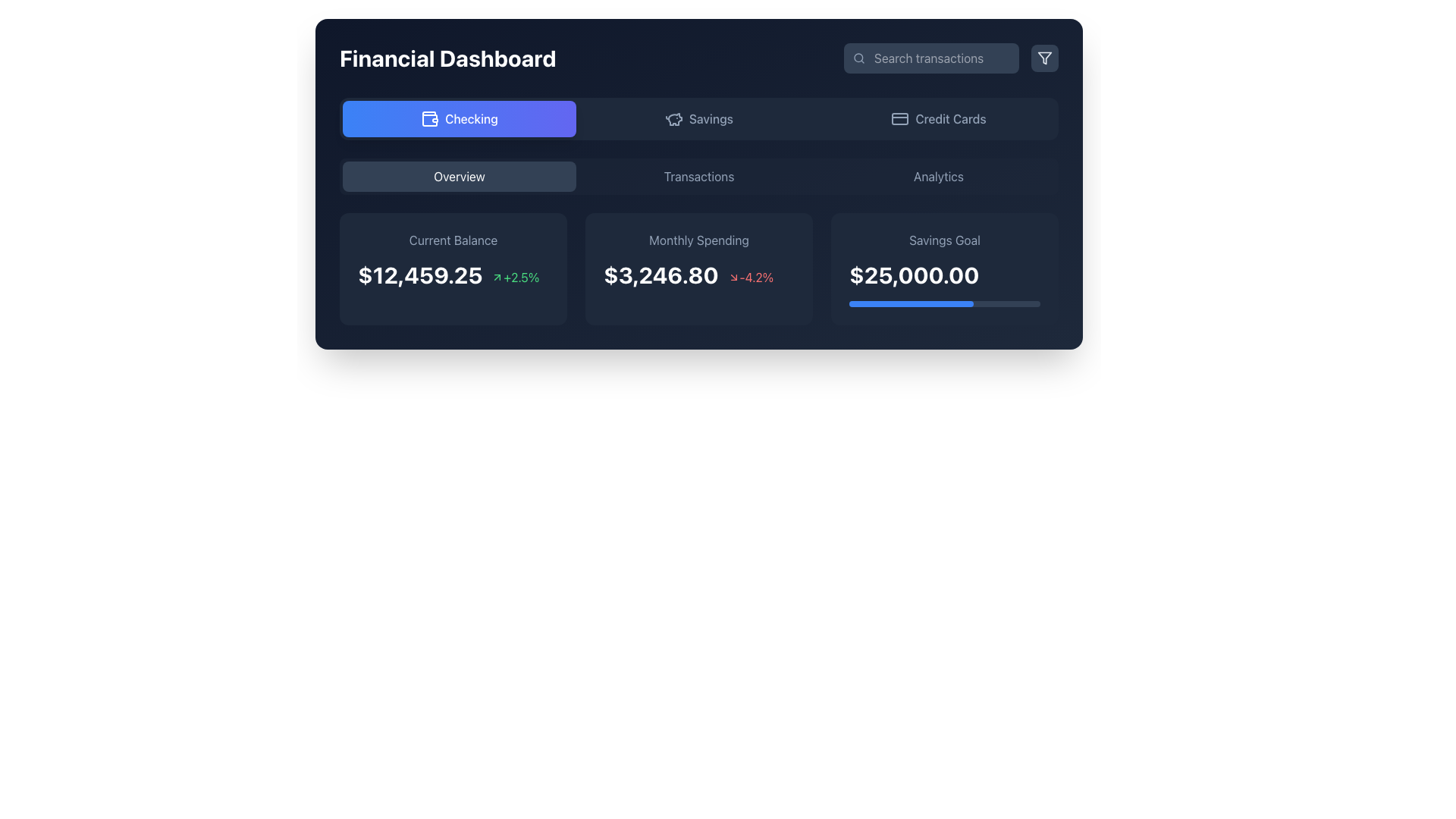  What do you see at coordinates (515, 278) in the screenshot?
I see `the Text Display with an Icon element showing '+2.5%' styled in green, located to the right of the bold white text '$12,459.25'` at bounding box center [515, 278].